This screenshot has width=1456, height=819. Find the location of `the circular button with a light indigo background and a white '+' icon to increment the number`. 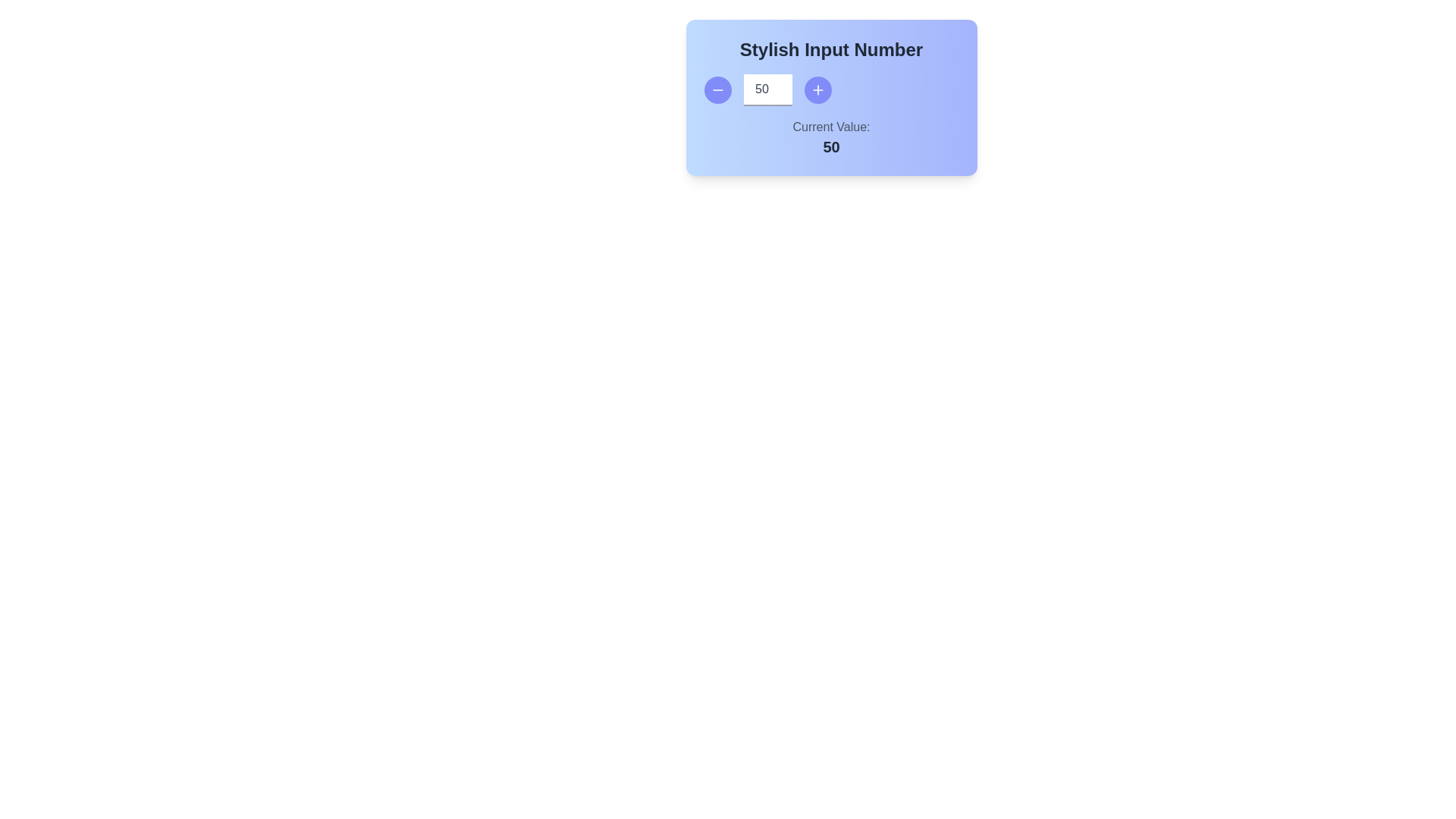

the circular button with a light indigo background and a white '+' icon to increment the number is located at coordinates (817, 90).